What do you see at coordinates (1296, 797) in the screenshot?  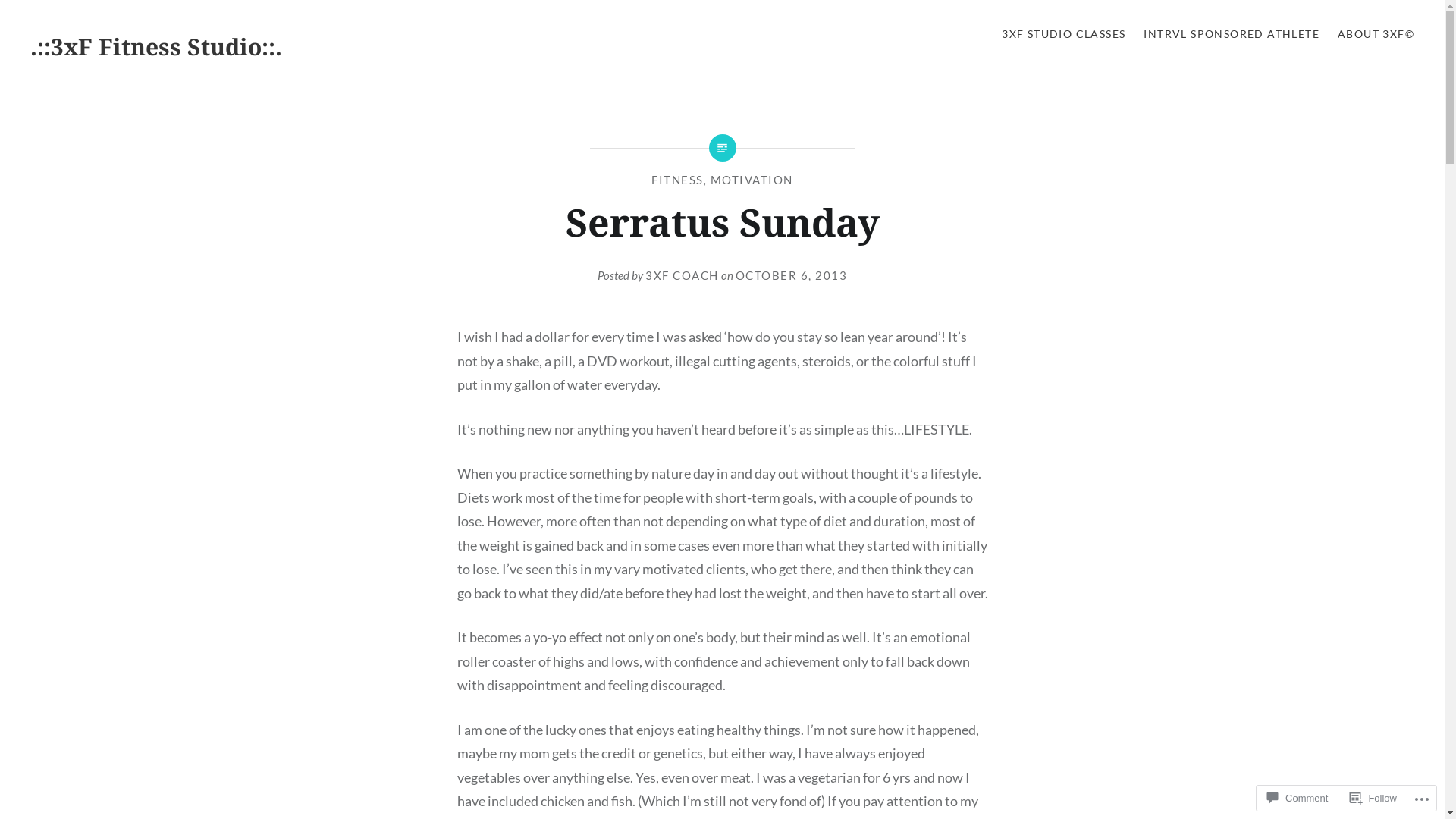 I see `'Comment'` at bounding box center [1296, 797].